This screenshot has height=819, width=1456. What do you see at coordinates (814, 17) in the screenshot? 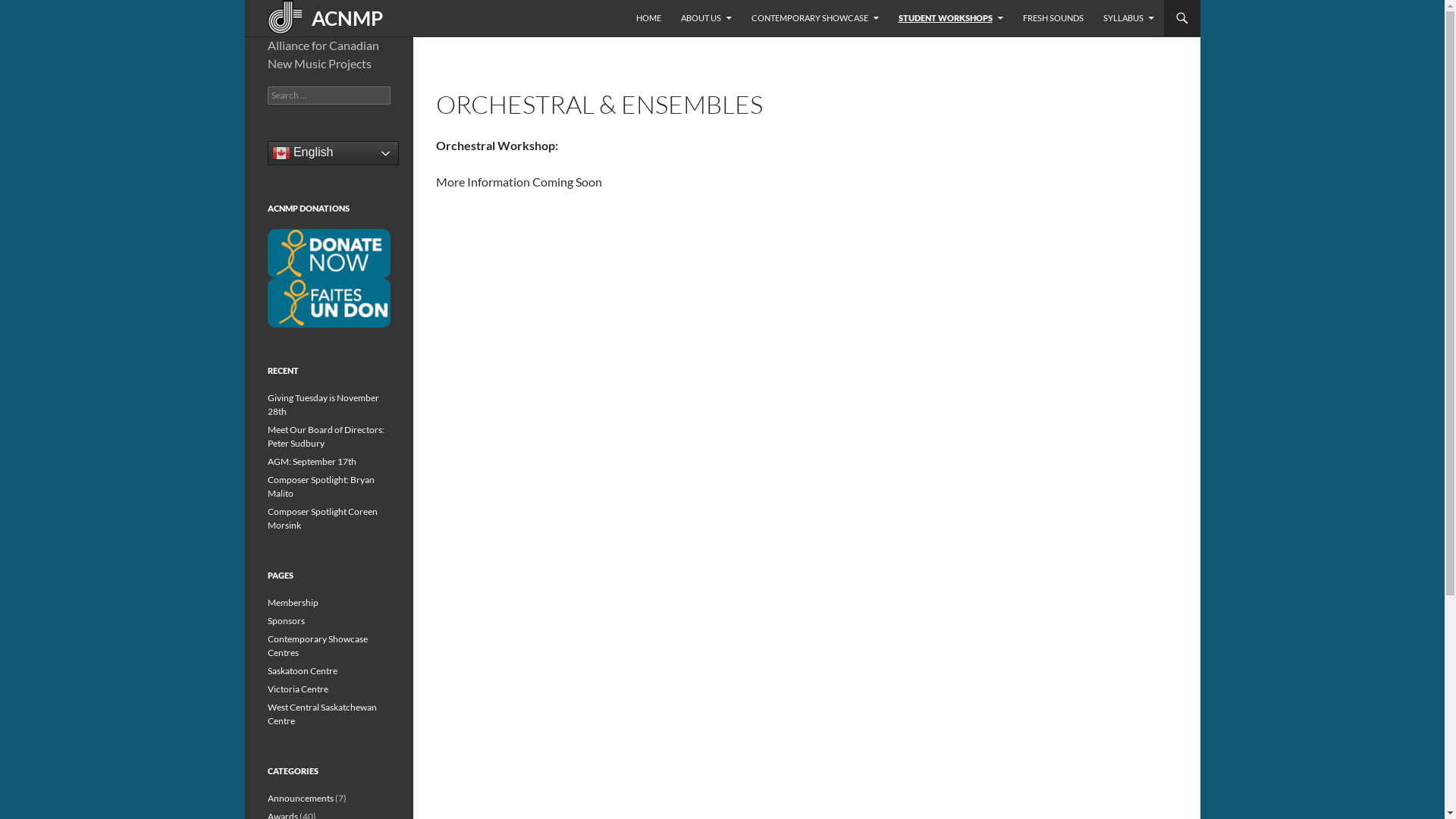
I see `'CONTEMPORARY SHOWCASE'` at bounding box center [814, 17].